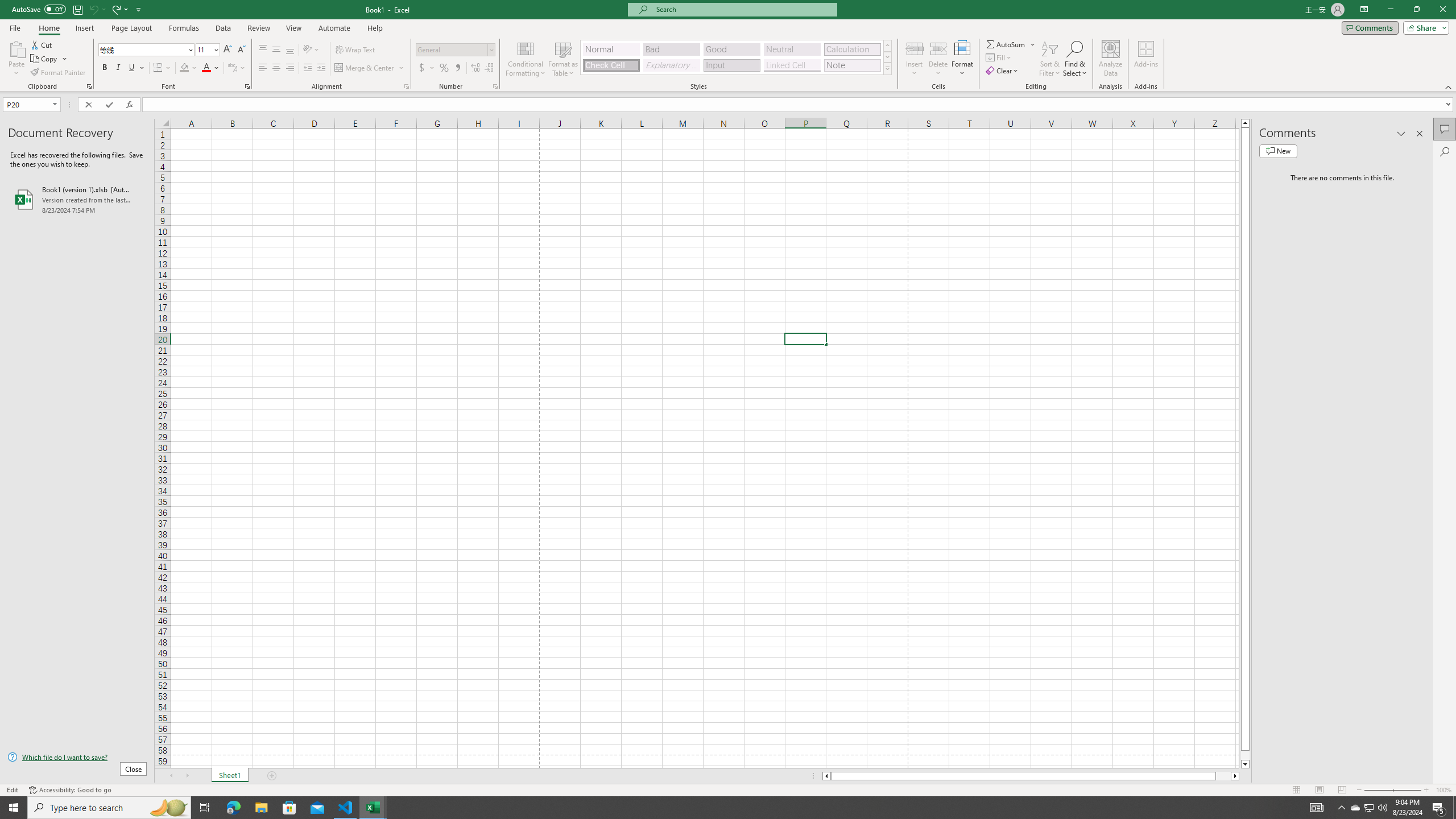 Image resolution: width=1456 pixels, height=819 pixels. I want to click on 'Wrap Text', so click(355, 49).